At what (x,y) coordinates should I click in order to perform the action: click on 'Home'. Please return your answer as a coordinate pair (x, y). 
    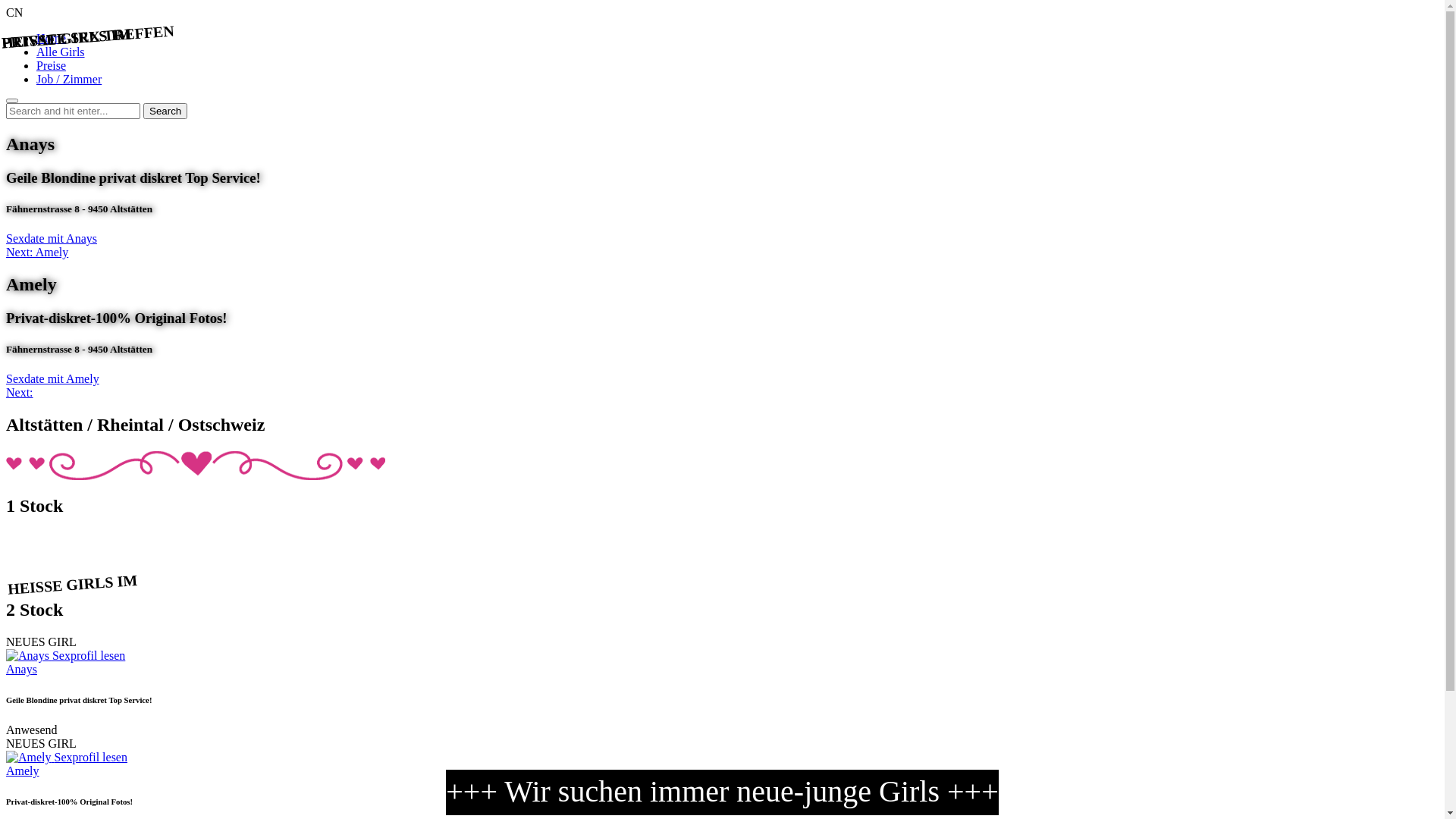
    Looking at the image, I should click on (51, 37).